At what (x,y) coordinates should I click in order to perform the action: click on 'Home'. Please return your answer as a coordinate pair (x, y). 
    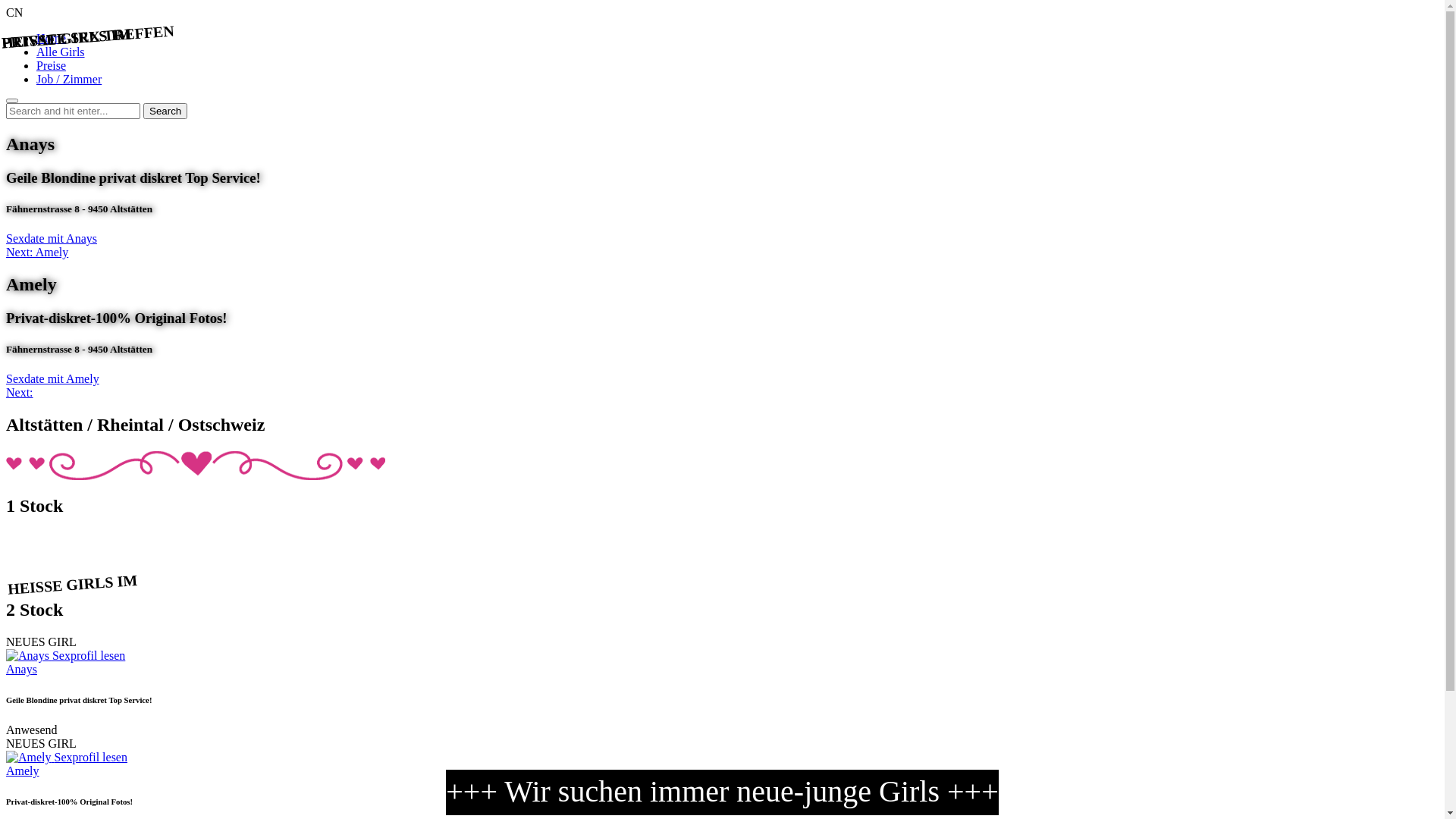
    Looking at the image, I should click on (51, 37).